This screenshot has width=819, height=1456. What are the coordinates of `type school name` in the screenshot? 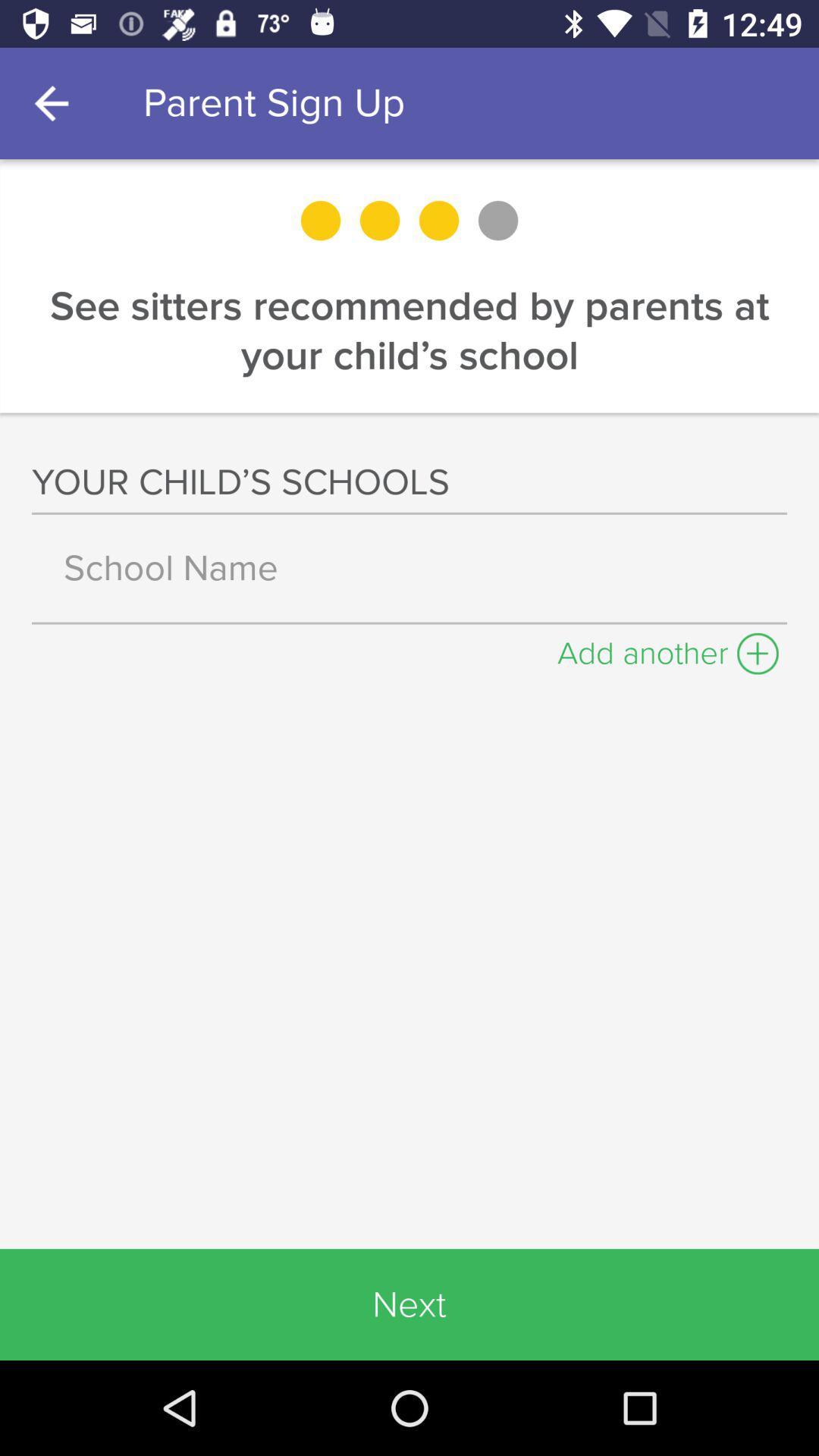 It's located at (409, 567).